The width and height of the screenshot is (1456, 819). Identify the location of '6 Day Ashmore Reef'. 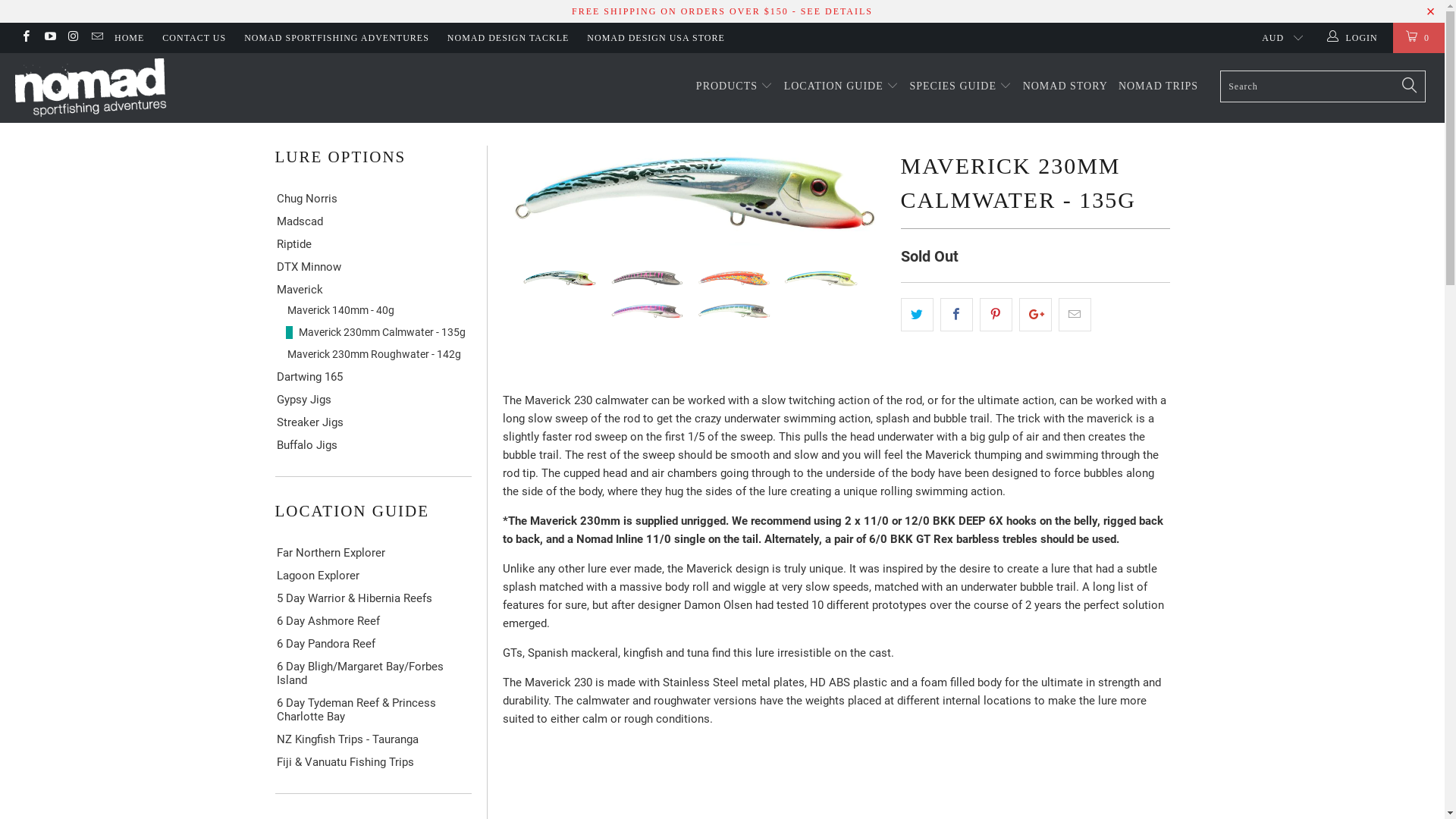
(372, 620).